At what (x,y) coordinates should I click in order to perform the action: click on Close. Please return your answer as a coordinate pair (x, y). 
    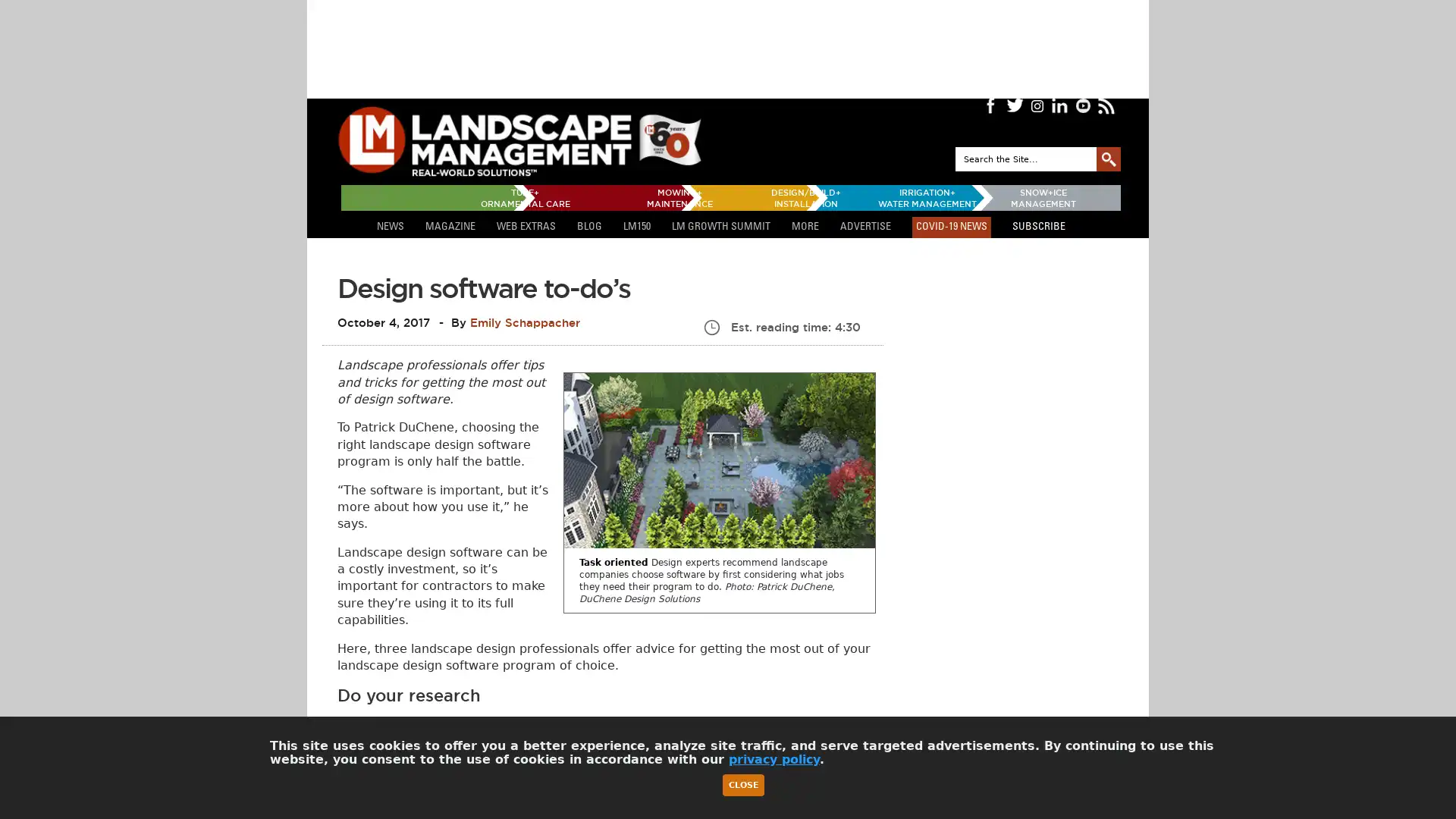
    Looking at the image, I should click on (742, 785).